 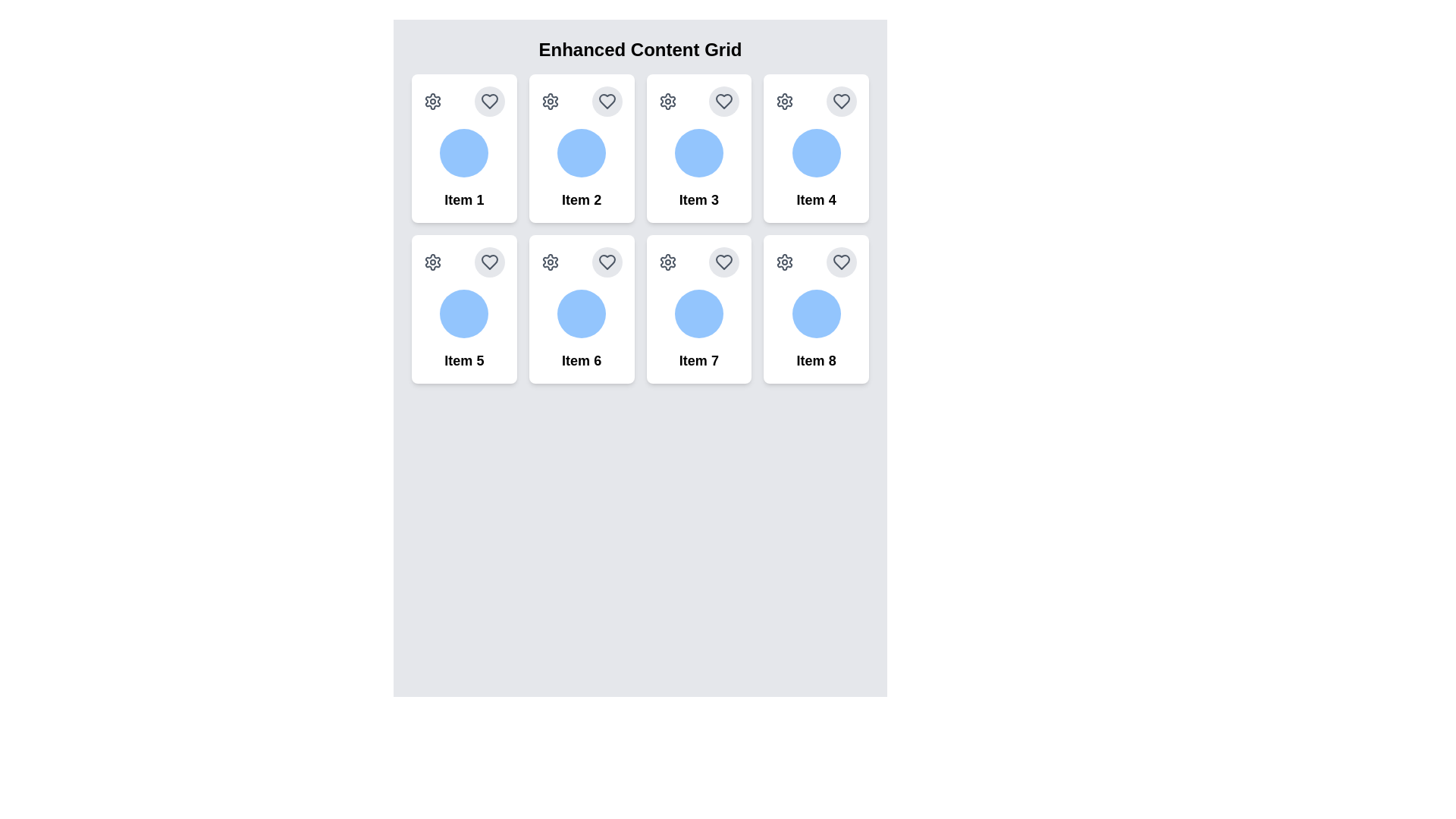 What do you see at coordinates (549, 102) in the screenshot?
I see `the settings icon located in the top-left corner of the card labeled 'Item 2'` at bounding box center [549, 102].